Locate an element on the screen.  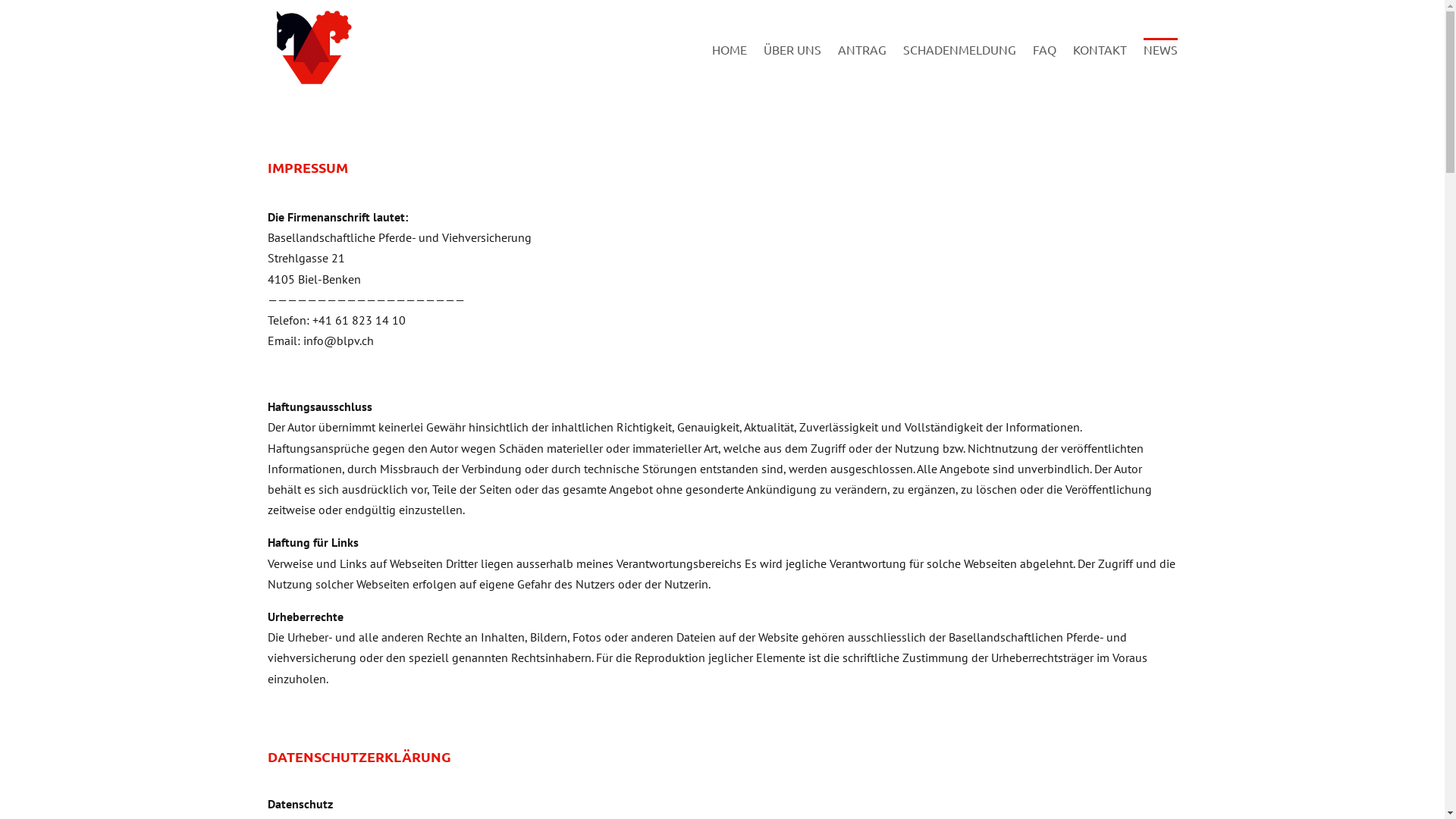
'HOME' is located at coordinates (728, 67).